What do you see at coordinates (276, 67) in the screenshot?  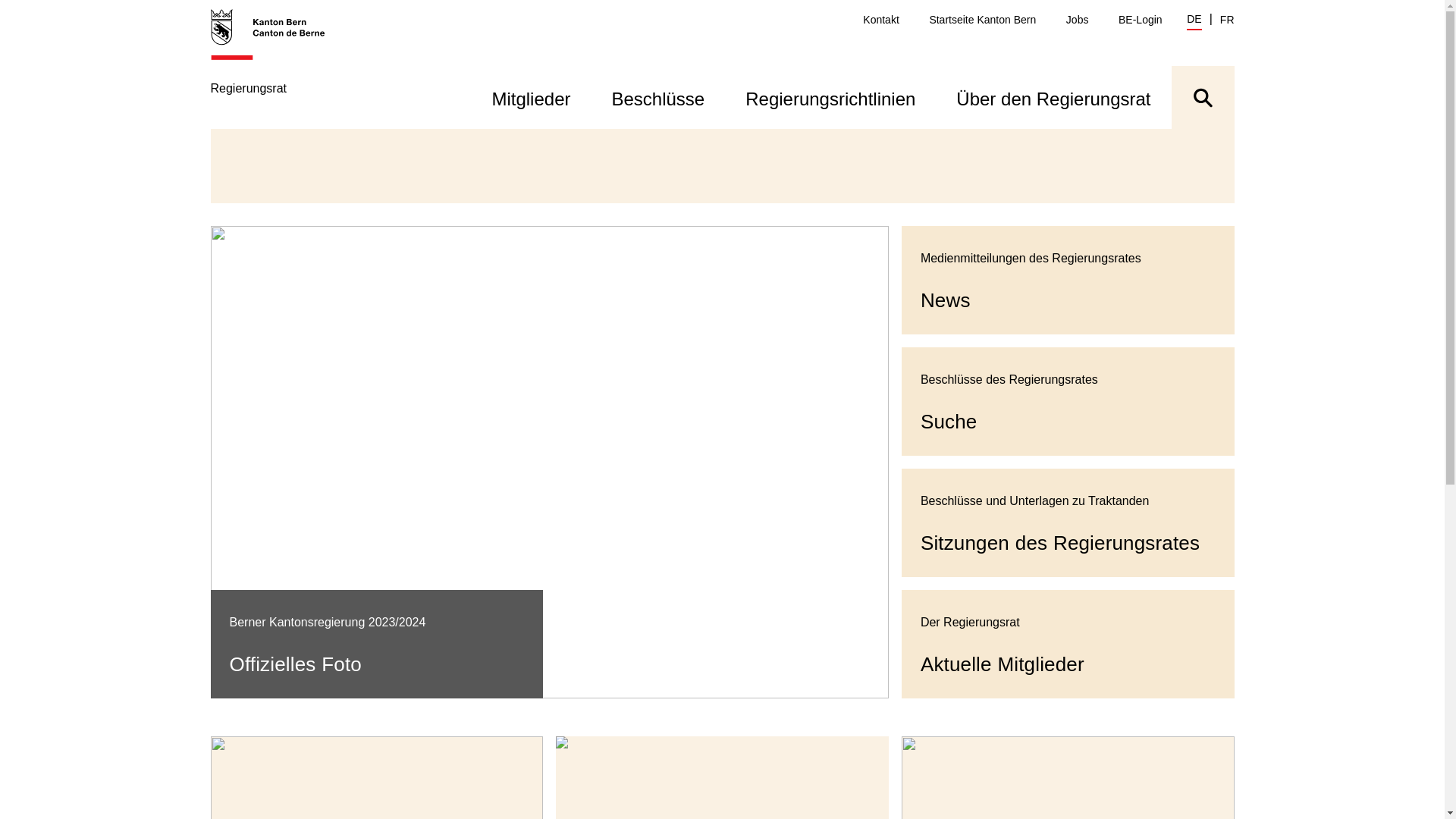 I see `'Regierungsrat'` at bounding box center [276, 67].